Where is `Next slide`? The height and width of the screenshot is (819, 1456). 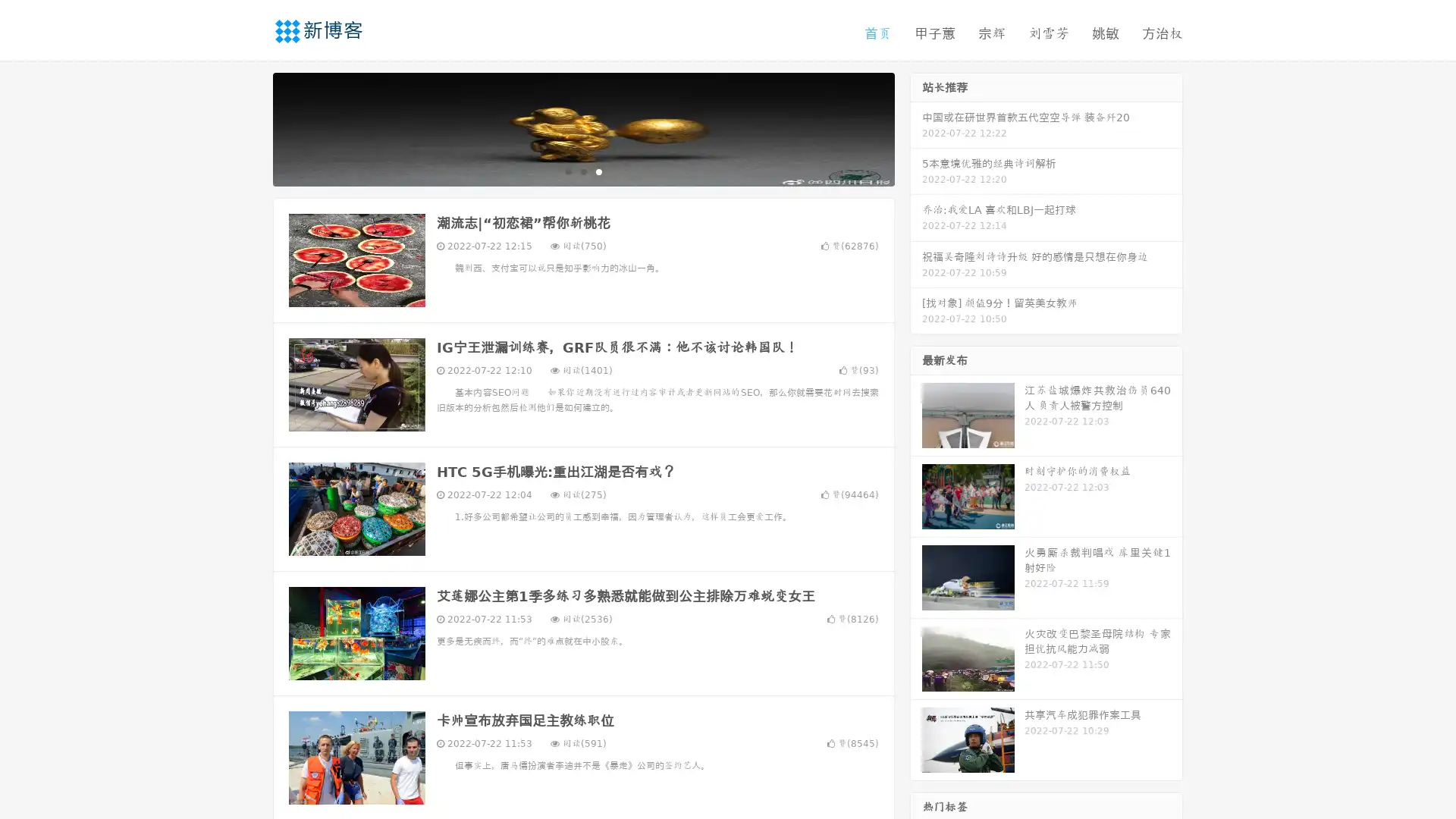
Next slide is located at coordinates (916, 127).